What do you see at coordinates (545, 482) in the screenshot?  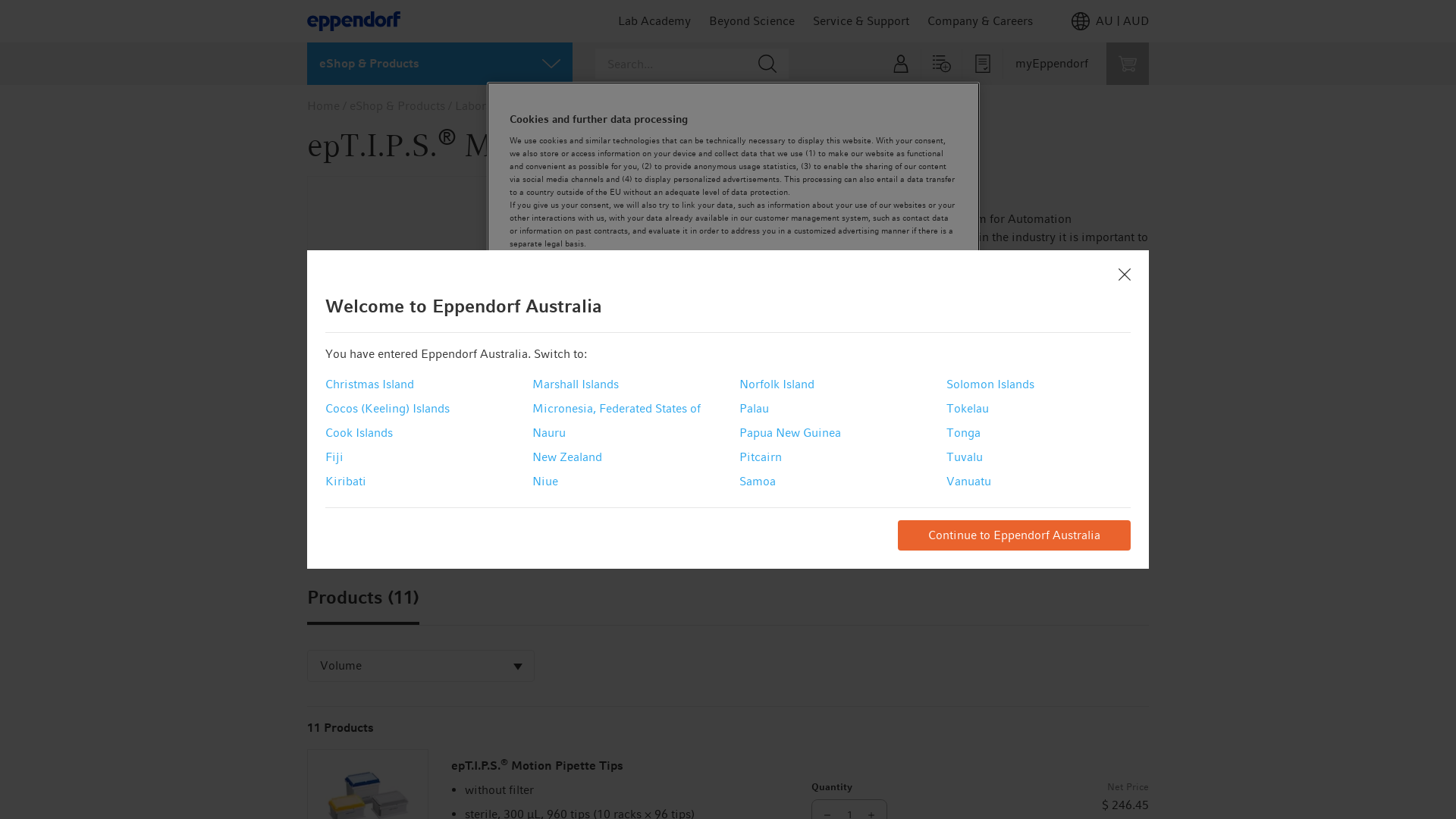 I see `'Niue'` at bounding box center [545, 482].